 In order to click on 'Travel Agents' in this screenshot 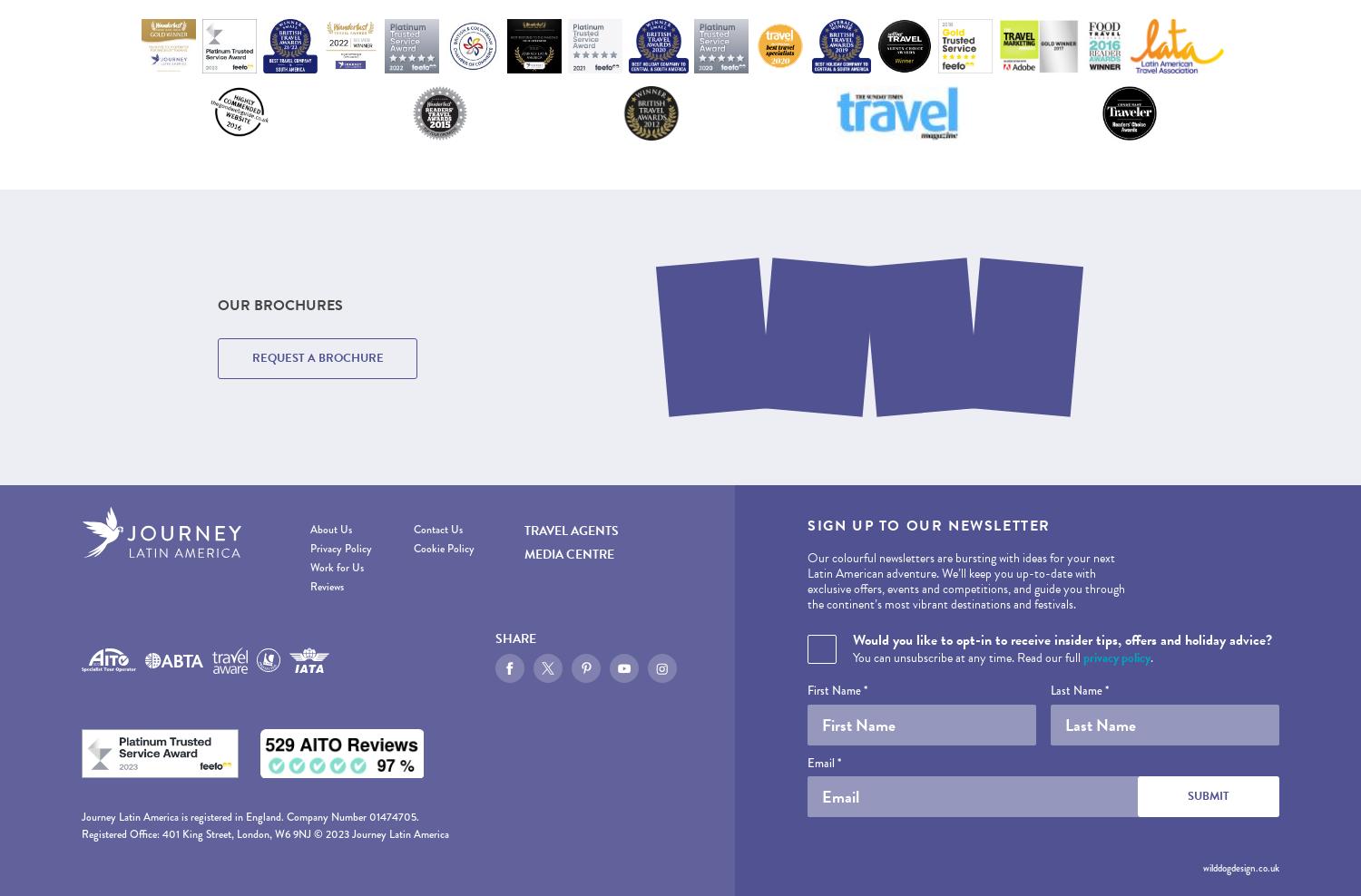, I will do `click(570, 531)`.